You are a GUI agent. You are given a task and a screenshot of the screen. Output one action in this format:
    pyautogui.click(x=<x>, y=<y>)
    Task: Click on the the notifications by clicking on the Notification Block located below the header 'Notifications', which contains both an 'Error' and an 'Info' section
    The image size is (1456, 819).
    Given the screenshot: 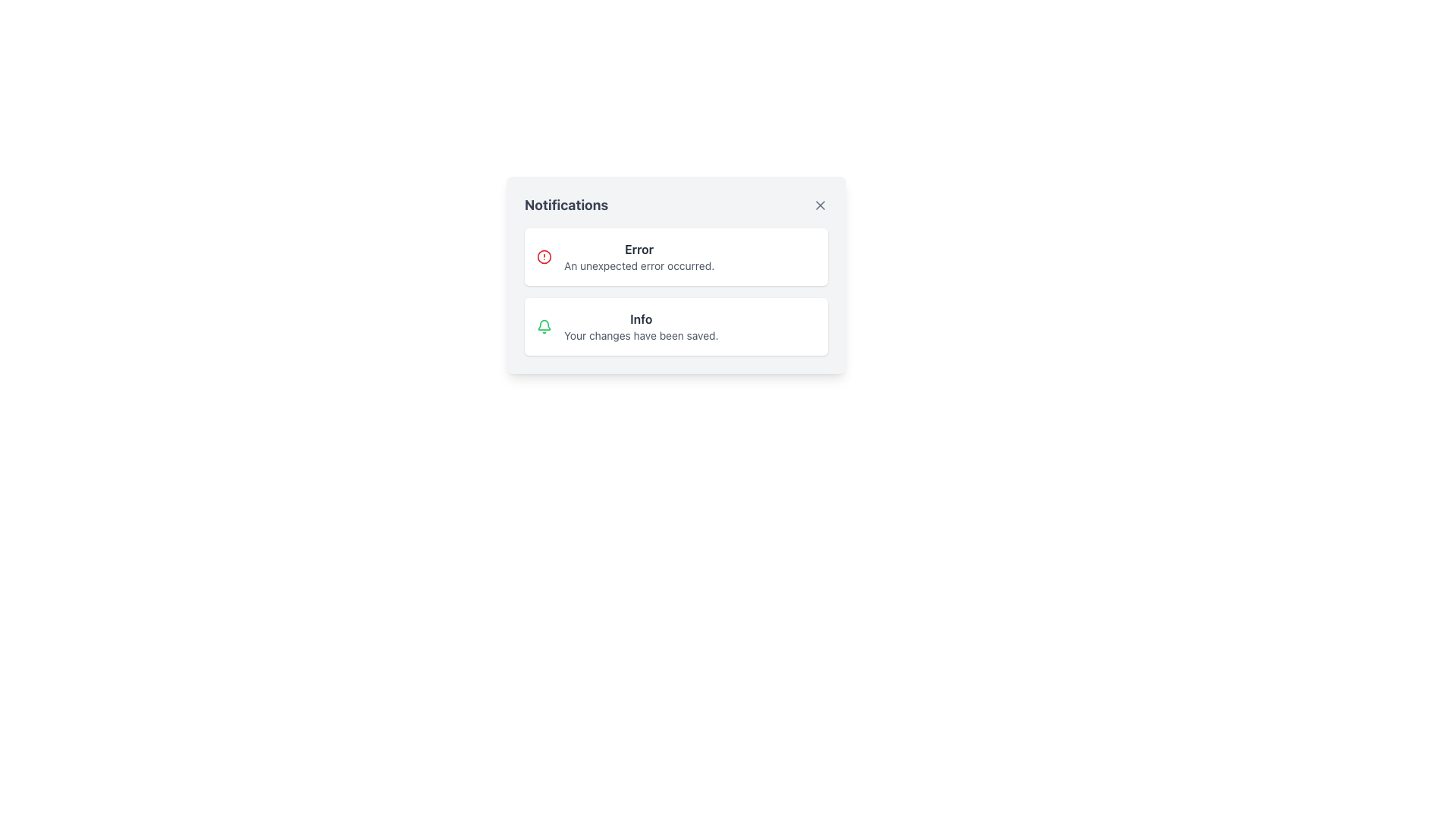 What is the action you would take?
    pyautogui.click(x=676, y=292)
    